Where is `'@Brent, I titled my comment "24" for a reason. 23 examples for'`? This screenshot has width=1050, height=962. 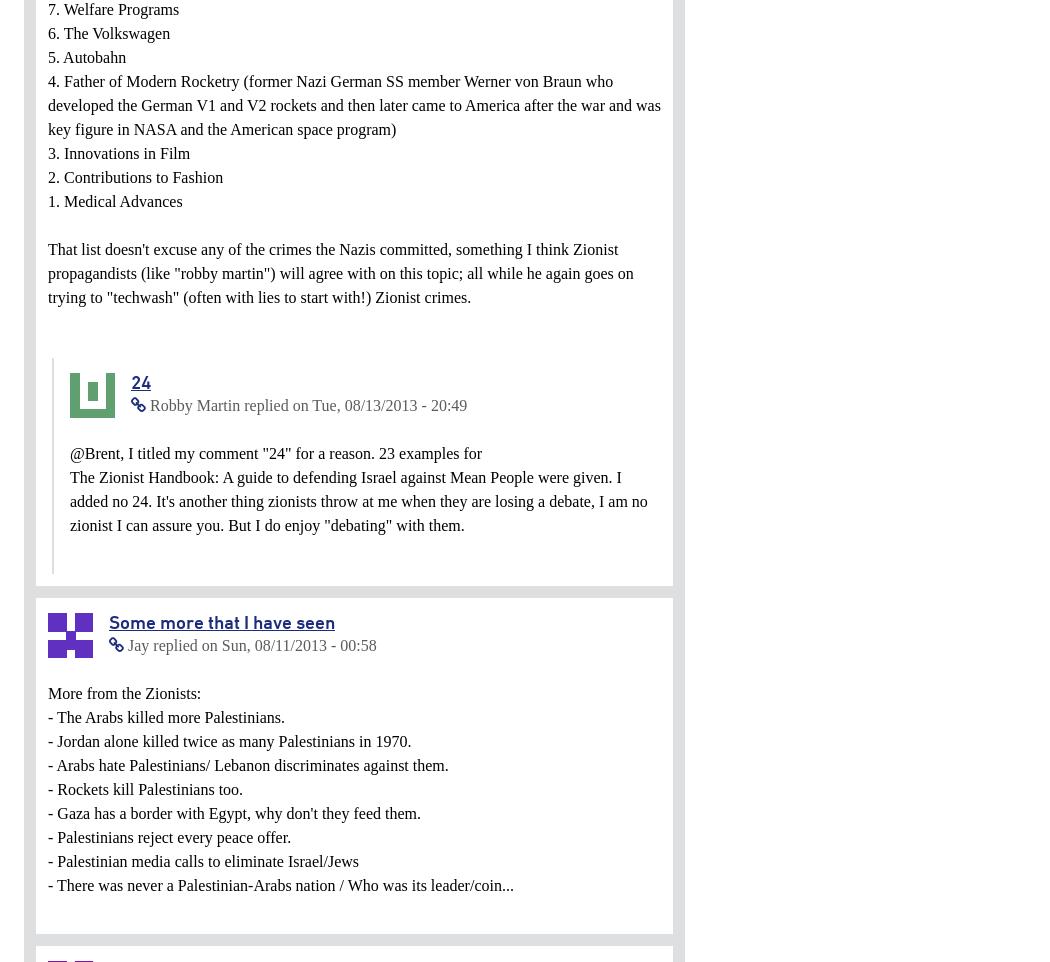 '@Brent, I titled my comment "24" for a reason. 23 examples for' is located at coordinates (275, 453).